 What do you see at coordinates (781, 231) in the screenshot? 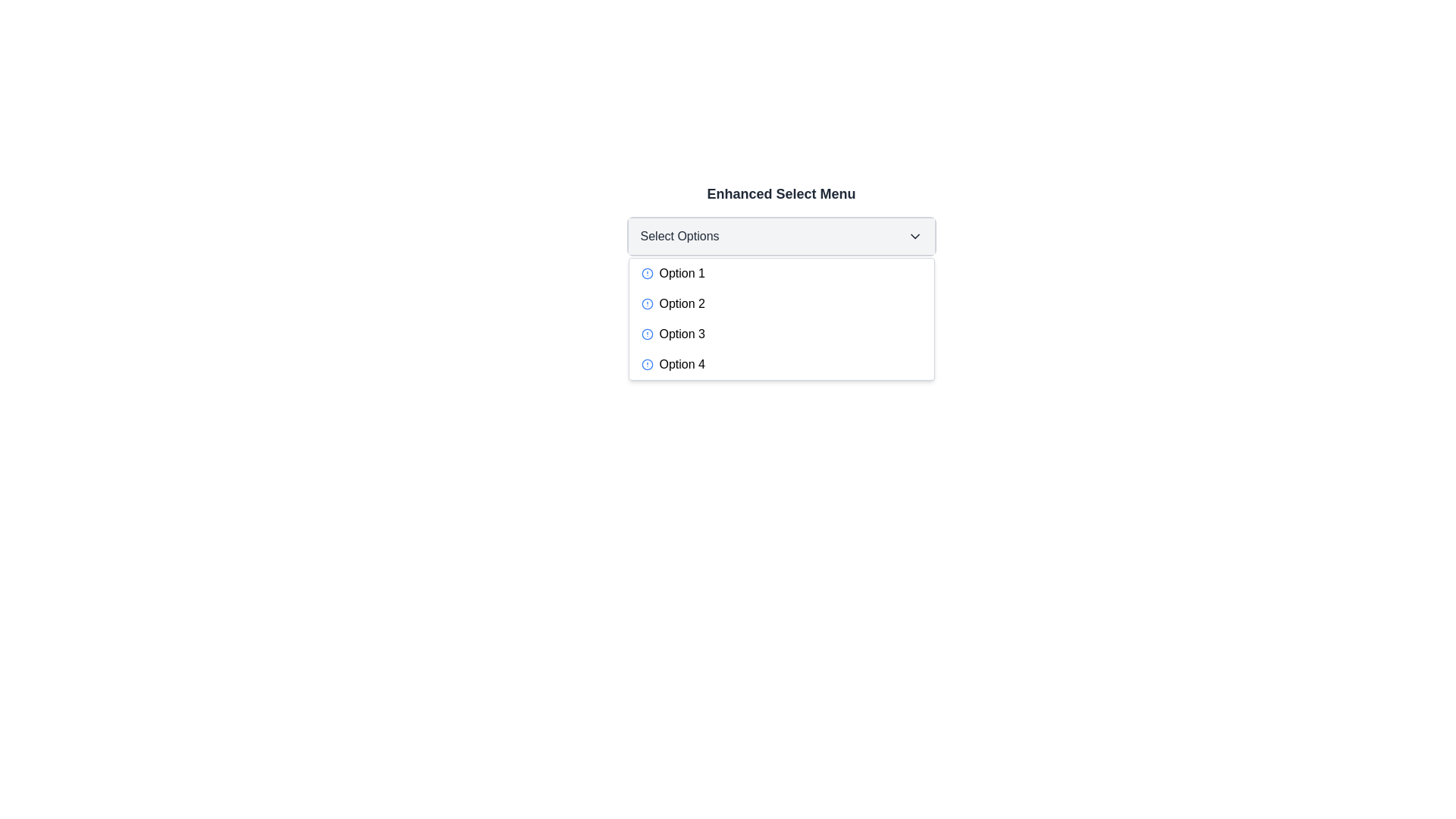
I see `the dropdown menu titled 'Enhanced Select Menu'` at bounding box center [781, 231].